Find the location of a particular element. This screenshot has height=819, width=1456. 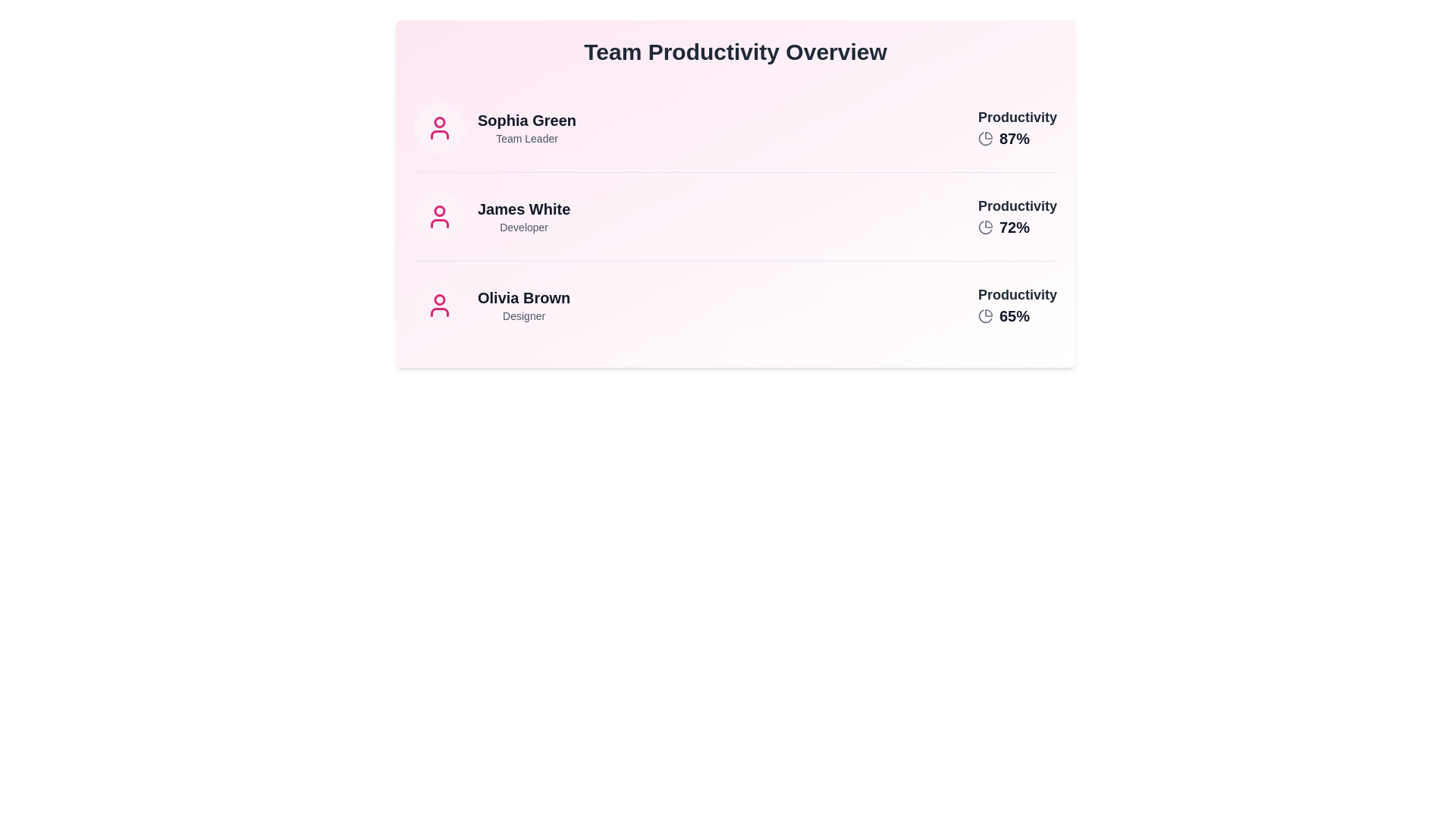

displayed percentage value (72%) from the text label indicating productivity metric for user 'James White' is located at coordinates (1015, 227).